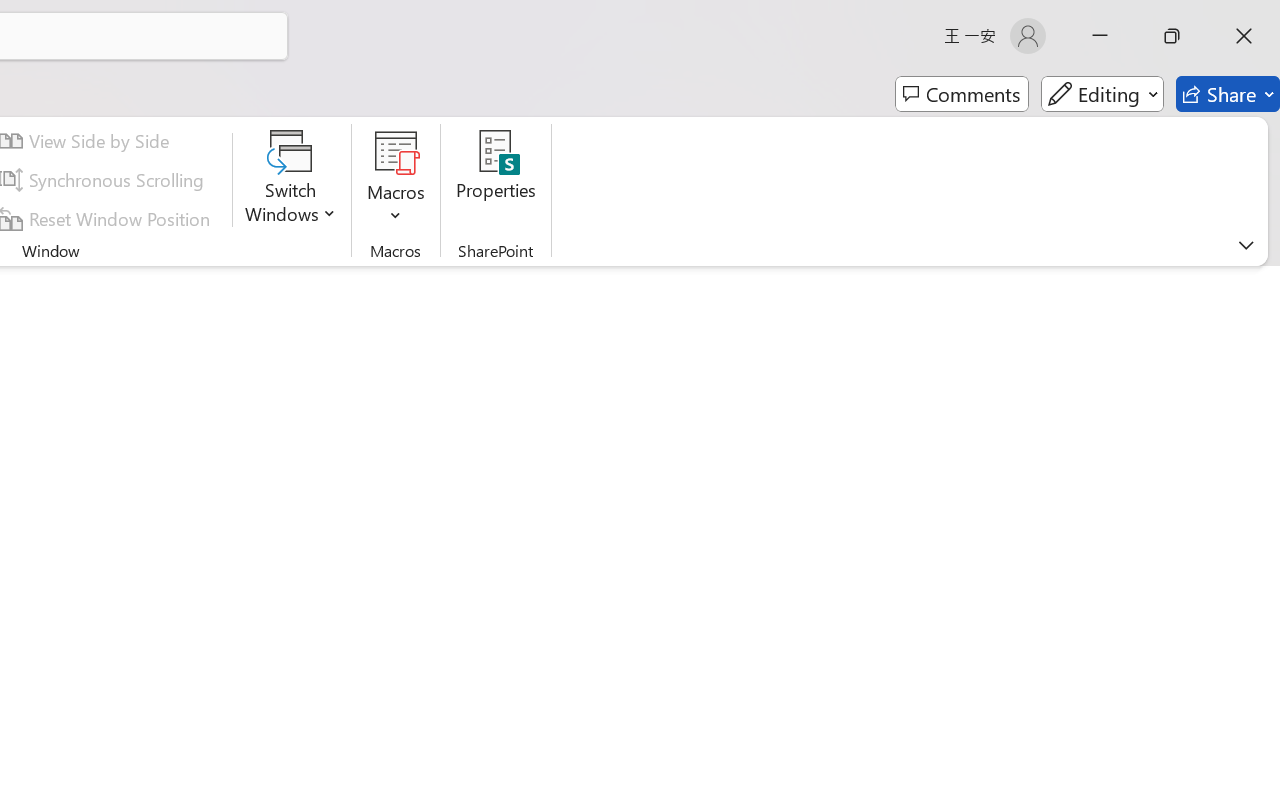 Image resolution: width=1280 pixels, height=800 pixels. What do you see at coordinates (1172, 35) in the screenshot?
I see `'Restore Down'` at bounding box center [1172, 35].